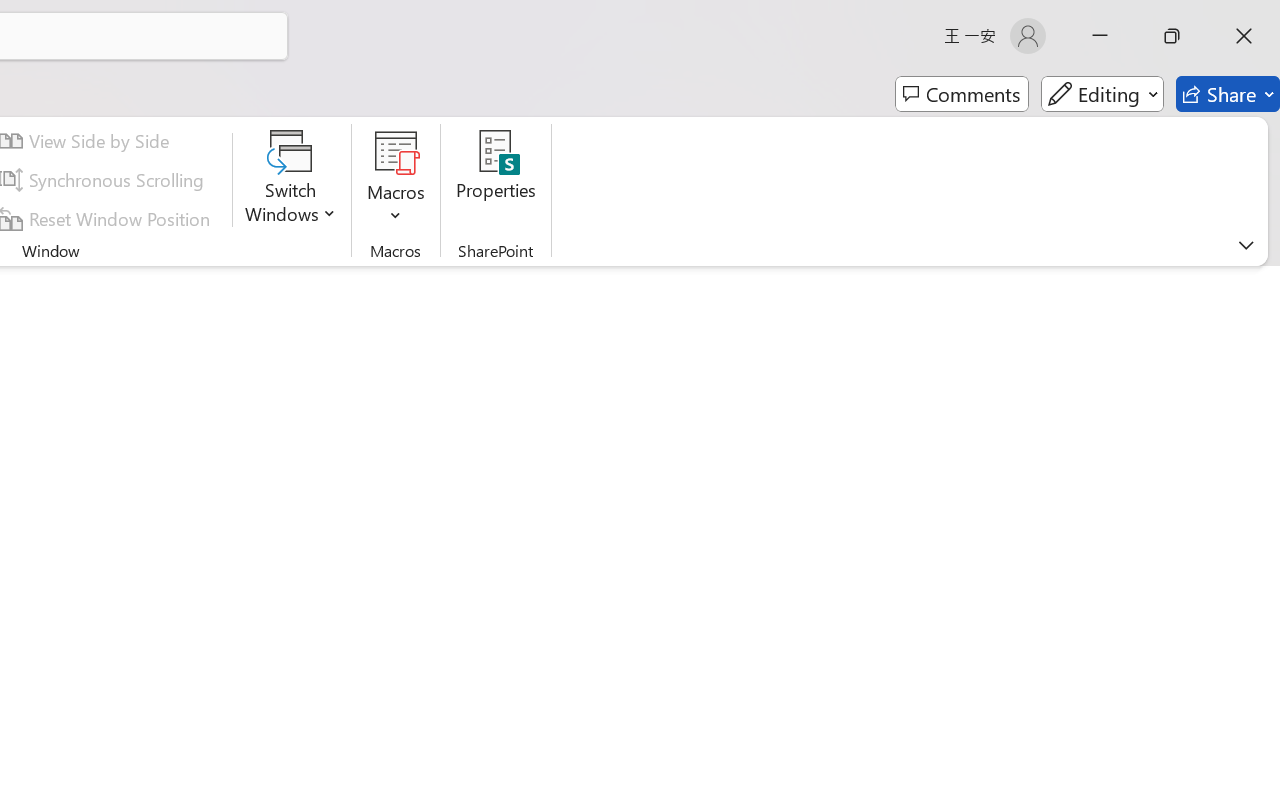 Image resolution: width=1280 pixels, height=800 pixels. What do you see at coordinates (1172, 35) in the screenshot?
I see `'Restore Down'` at bounding box center [1172, 35].